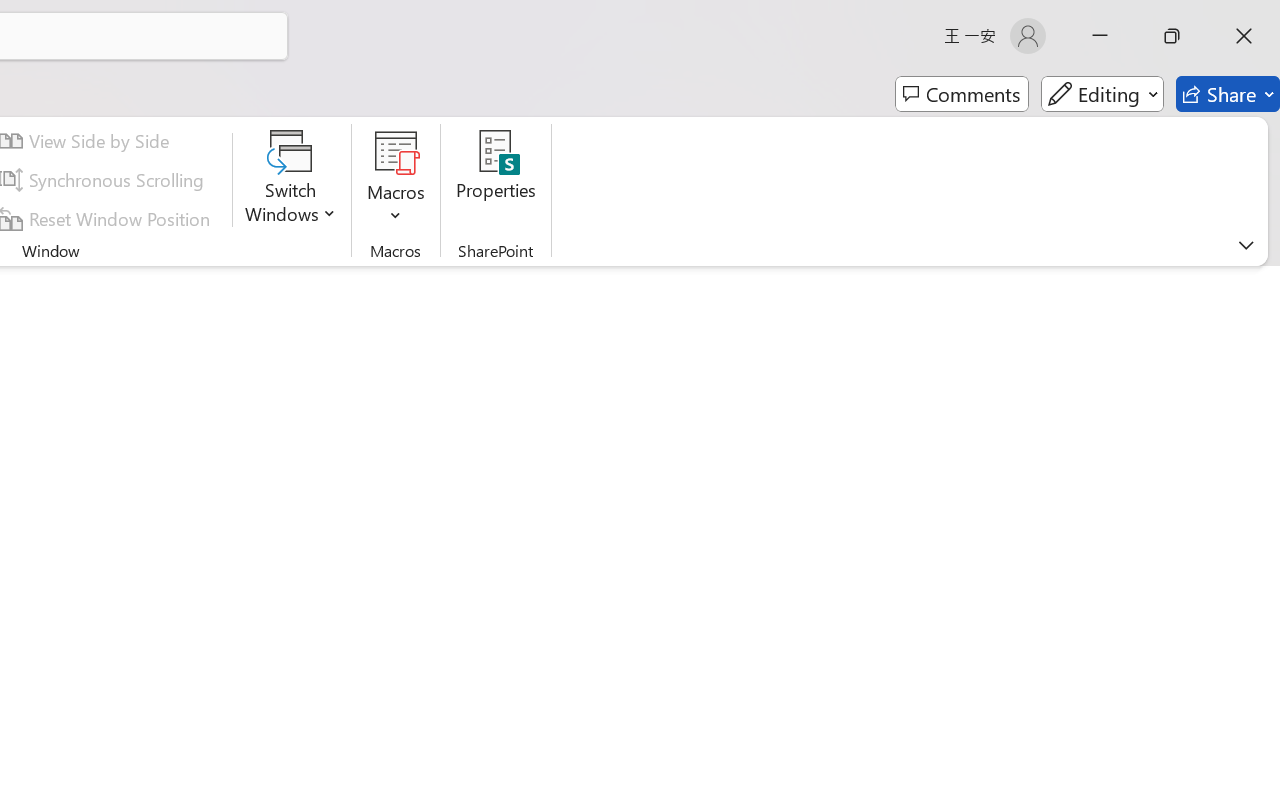 Image resolution: width=1280 pixels, height=800 pixels. What do you see at coordinates (1172, 35) in the screenshot?
I see `'Restore Down'` at bounding box center [1172, 35].